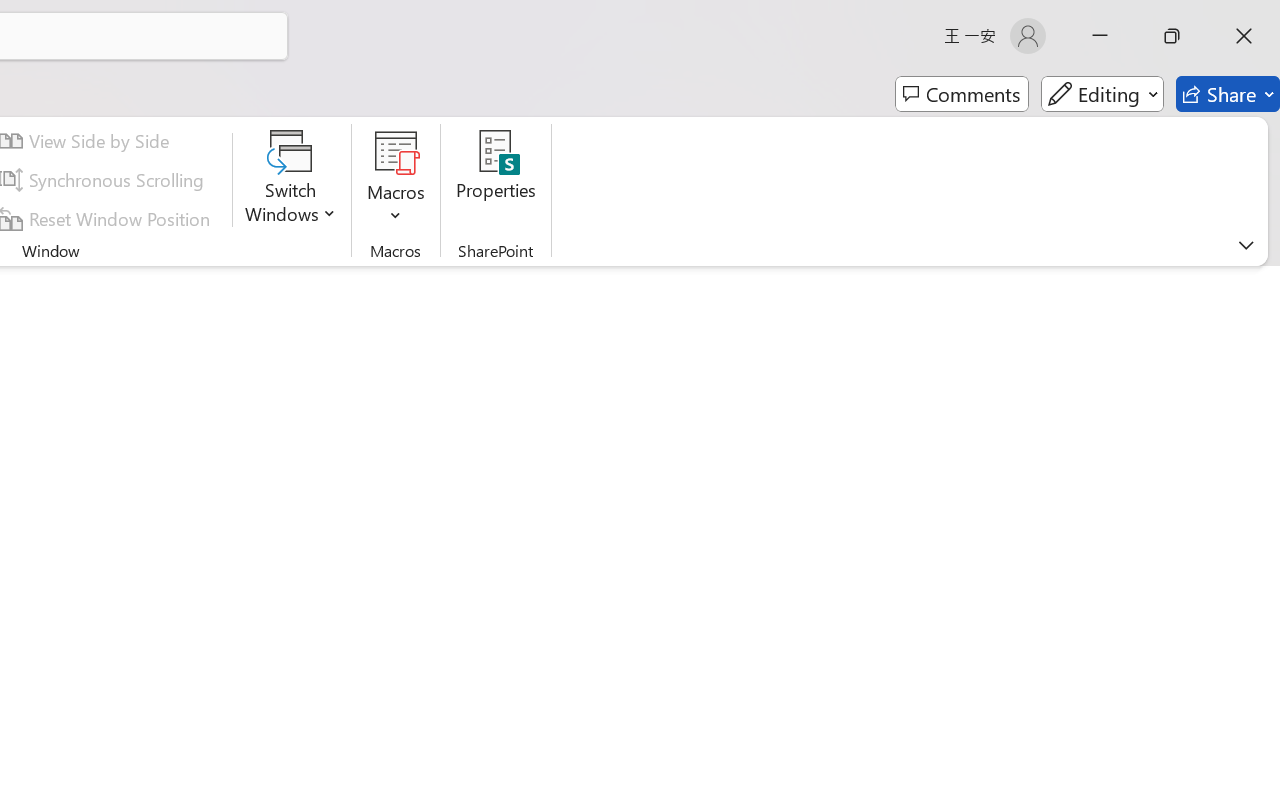 Image resolution: width=1280 pixels, height=800 pixels. What do you see at coordinates (1172, 35) in the screenshot?
I see `'Restore Down'` at bounding box center [1172, 35].